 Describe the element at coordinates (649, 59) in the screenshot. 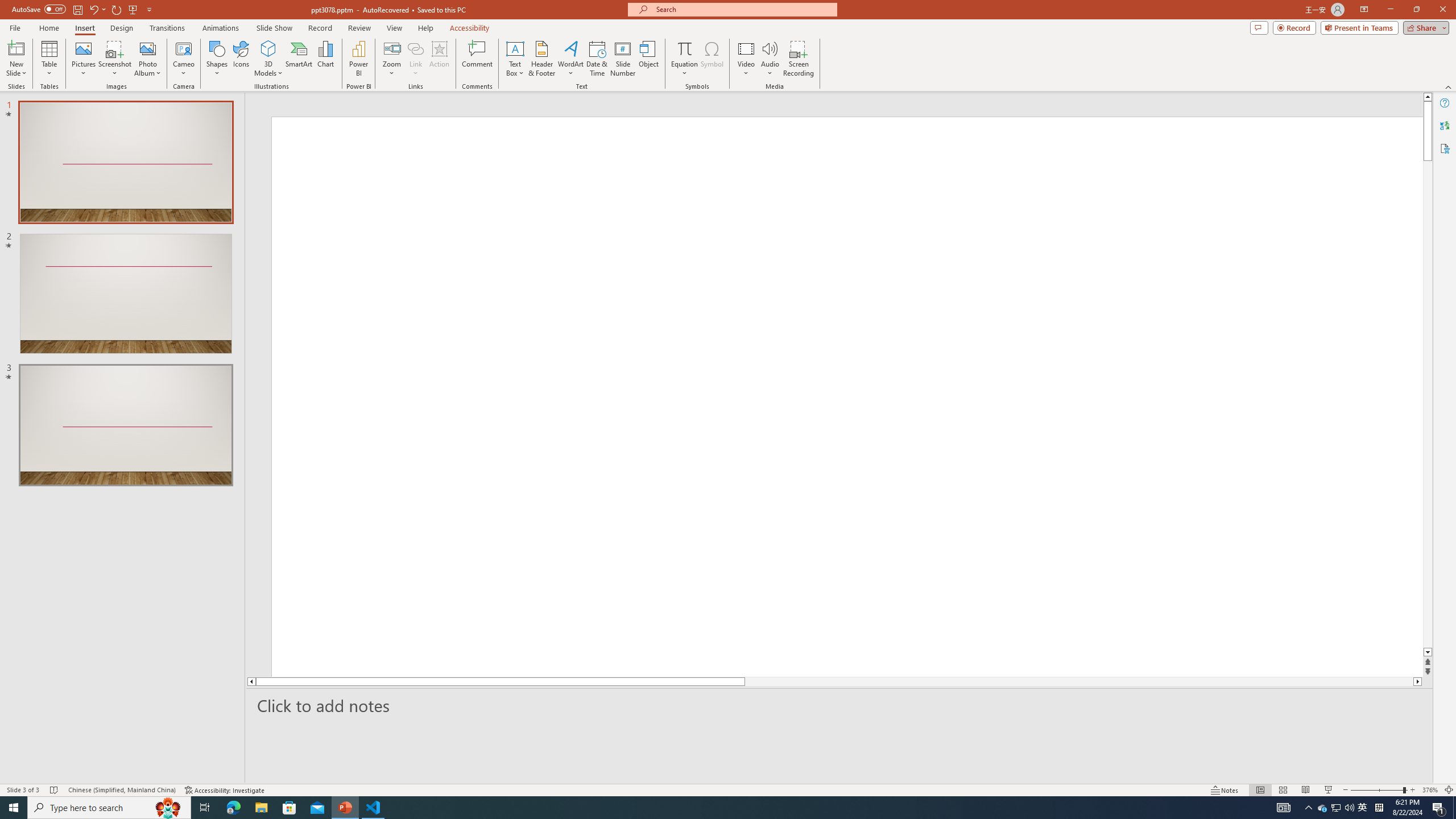

I see `'Object...'` at that location.